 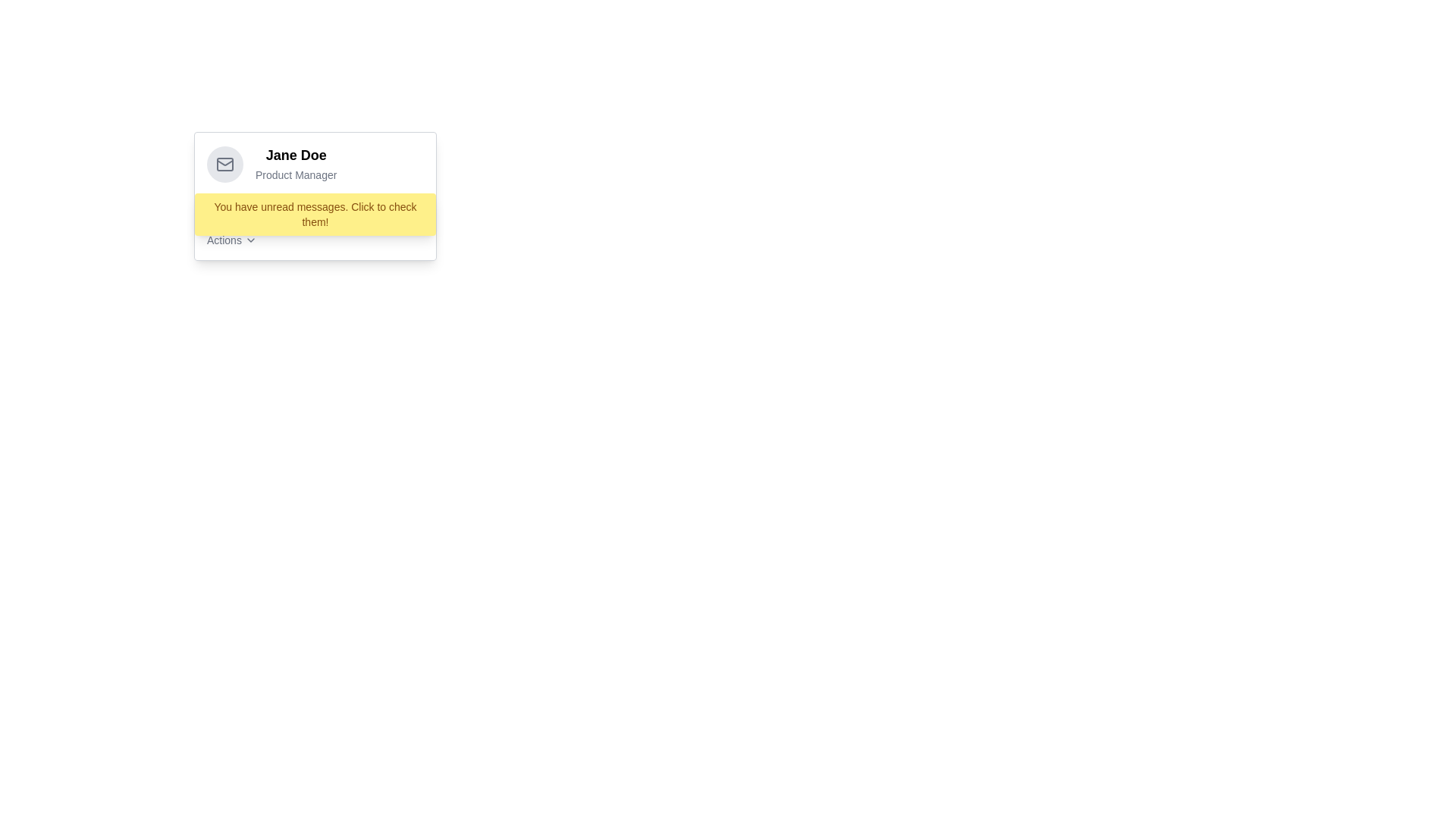 What do you see at coordinates (251, 239) in the screenshot?
I see `the downward-pointing chevron icon located immediately to the right of the 'Actions' text` at bounding box center [251, 239].